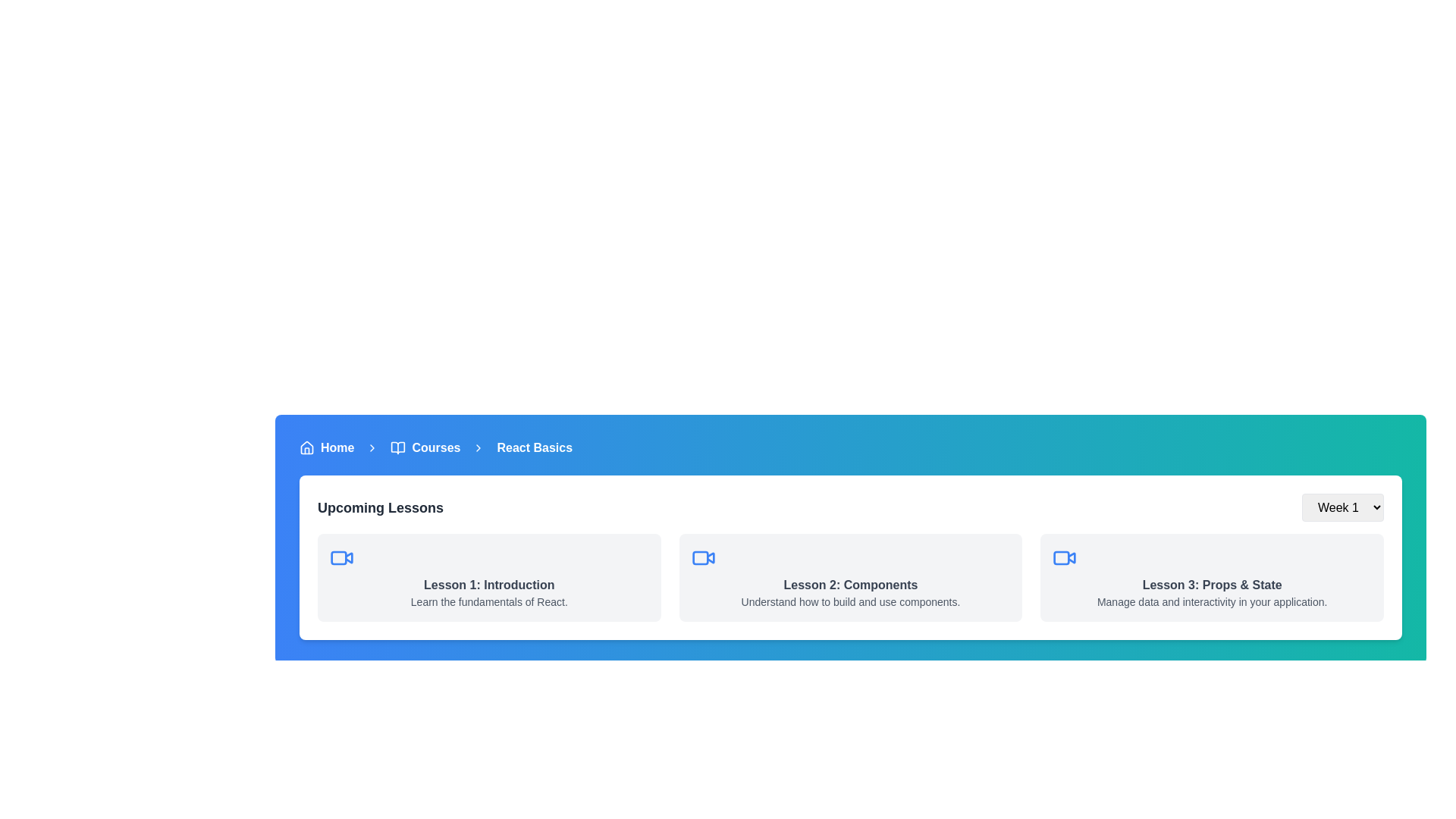 The image size is (1456, 819). Describe the element at coordinates (306, 447) in the screenshot. I see `the 'Home' navigation icon in the breadcrumb located at the top-left corner of the interface by moving to its center point` at that location.